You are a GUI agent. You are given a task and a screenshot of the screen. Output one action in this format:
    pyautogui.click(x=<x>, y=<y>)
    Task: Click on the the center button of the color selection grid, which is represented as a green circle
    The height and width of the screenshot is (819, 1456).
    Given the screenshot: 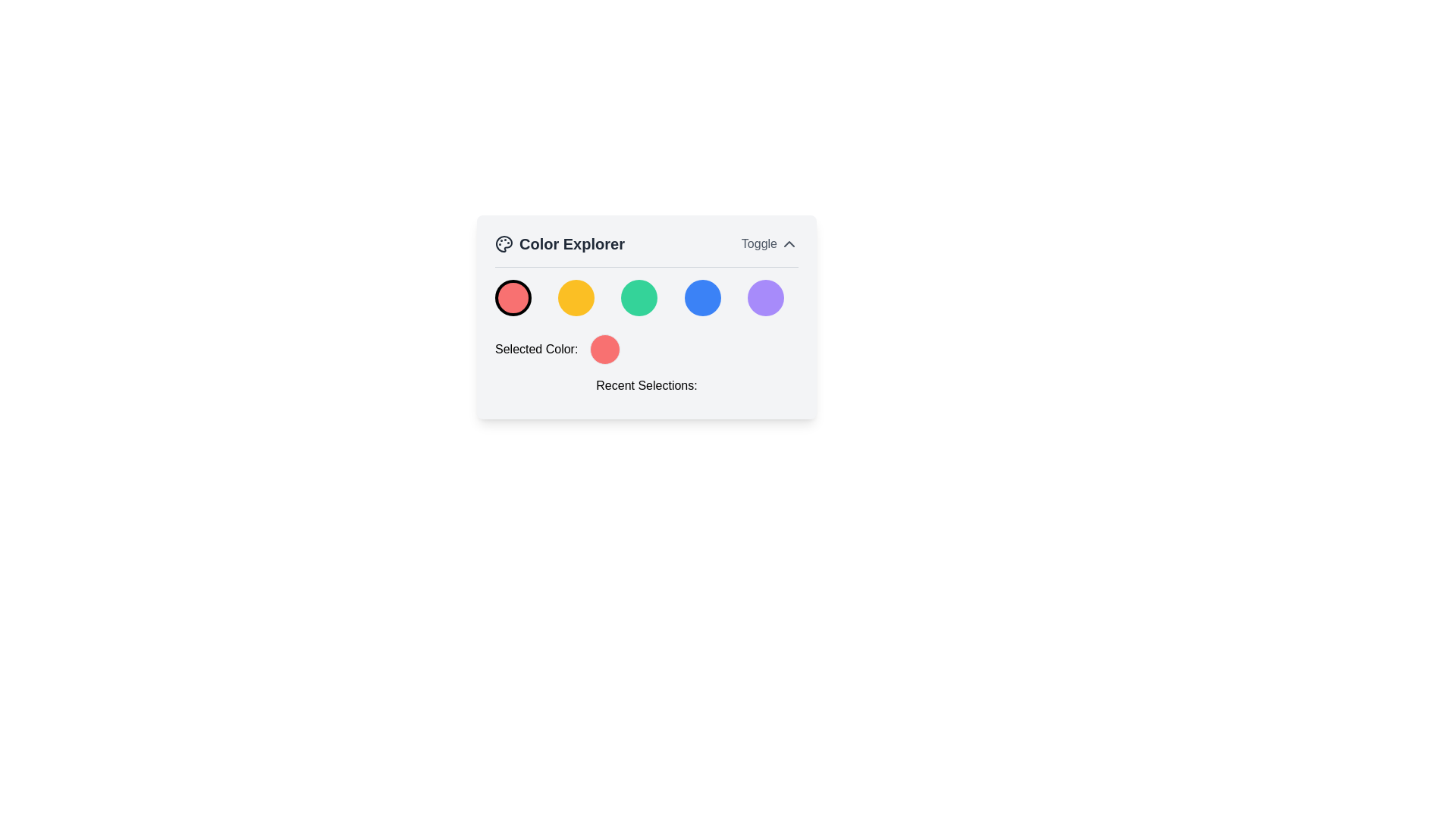 What is the action you would take?
    pyautogui.click(x=647, y=298)
    